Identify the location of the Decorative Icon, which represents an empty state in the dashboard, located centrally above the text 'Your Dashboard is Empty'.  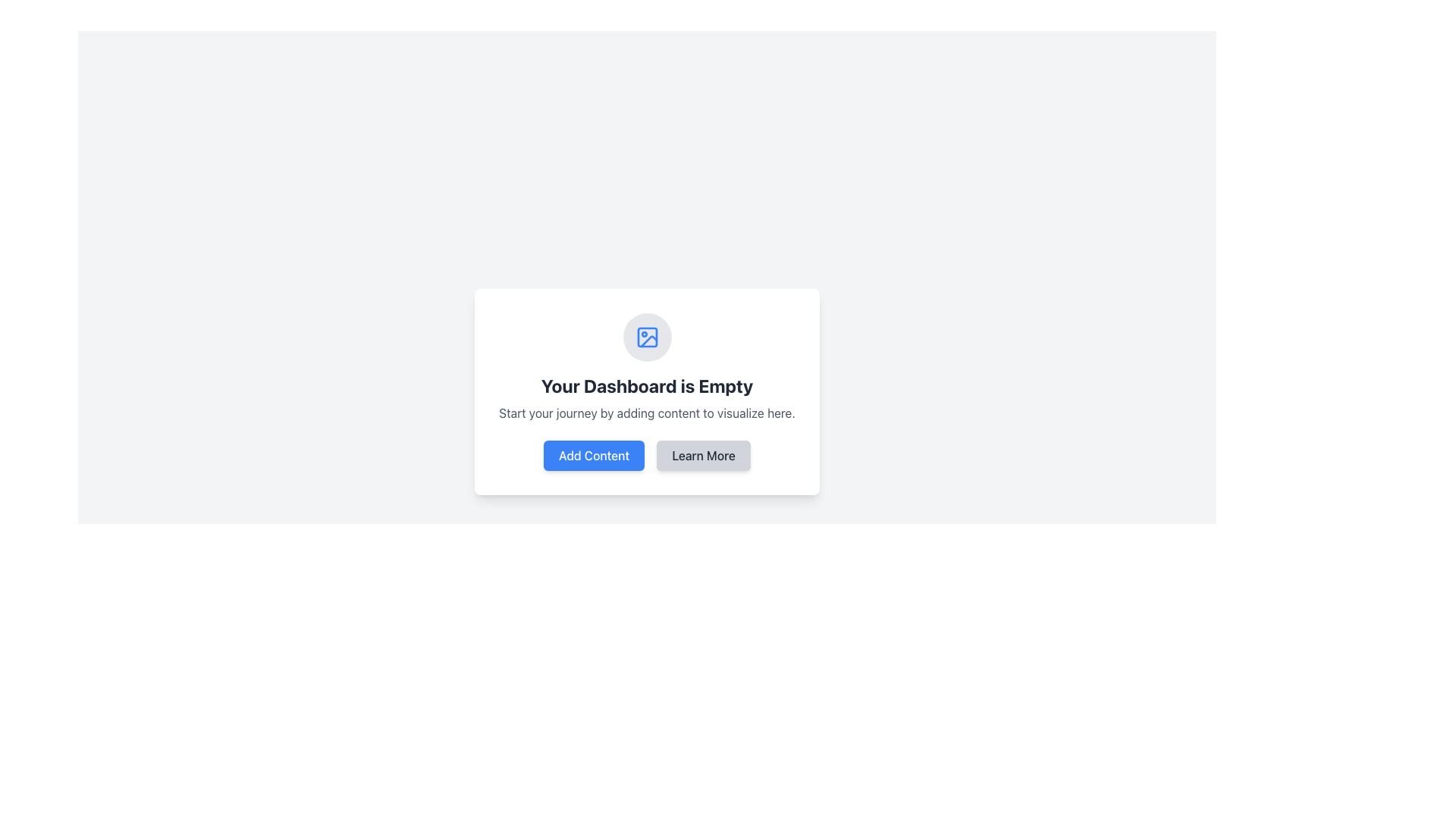
(647, 336).